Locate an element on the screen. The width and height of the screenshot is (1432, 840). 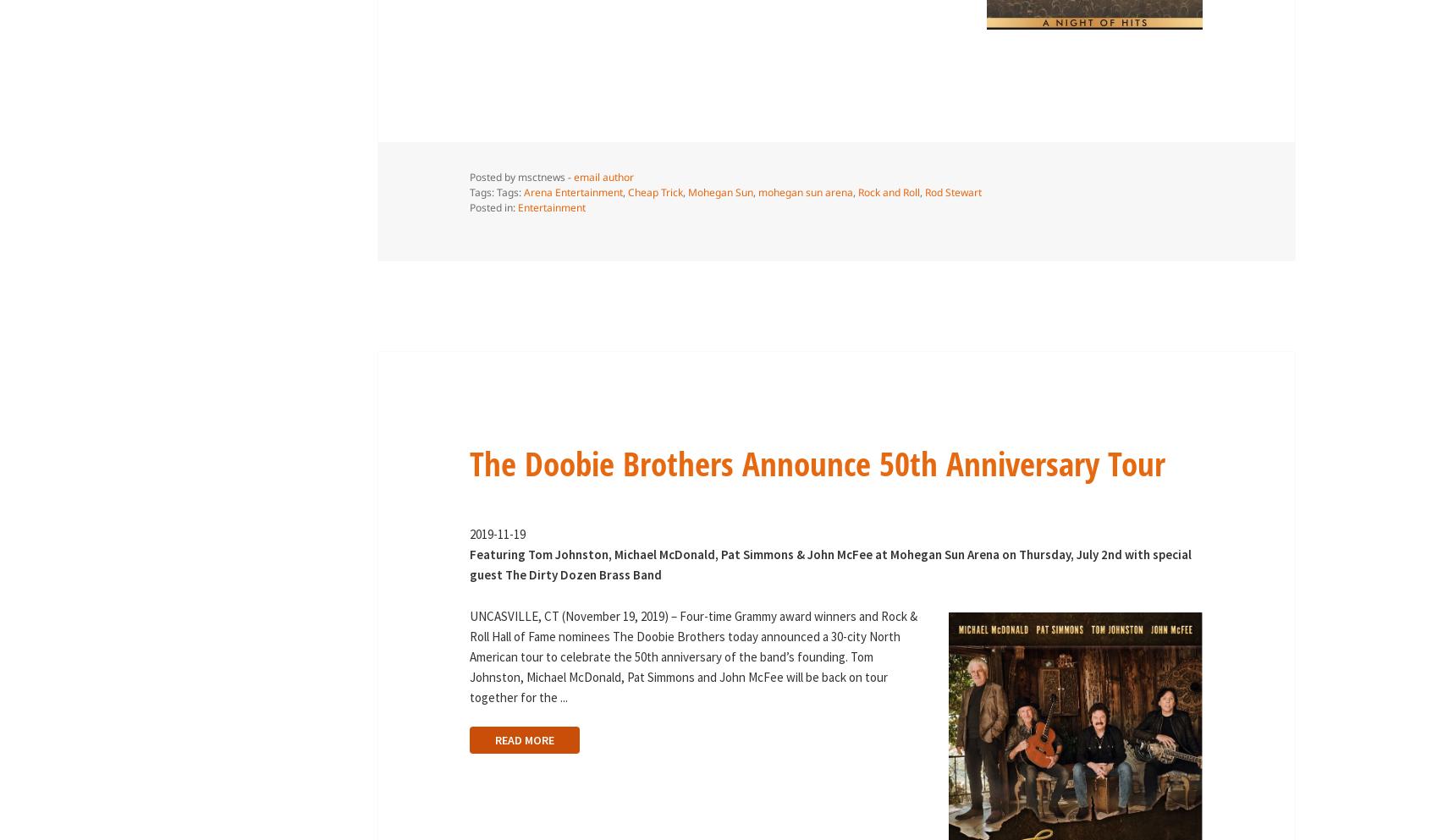
'Cheap Trick' is located at coordinates (653, 191).